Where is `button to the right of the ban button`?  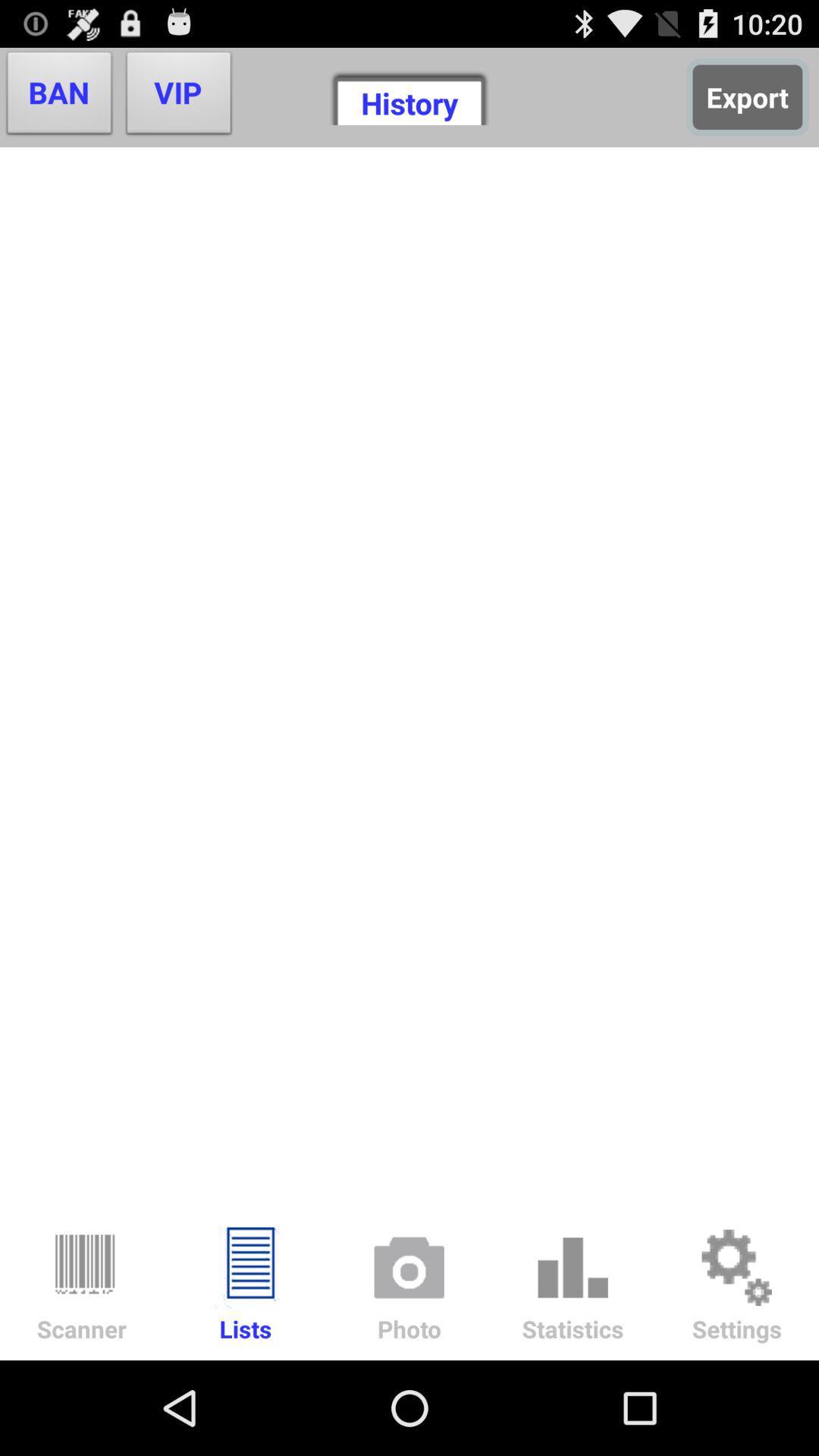
button to the right of the ban button is located at coordinates (178, 96).